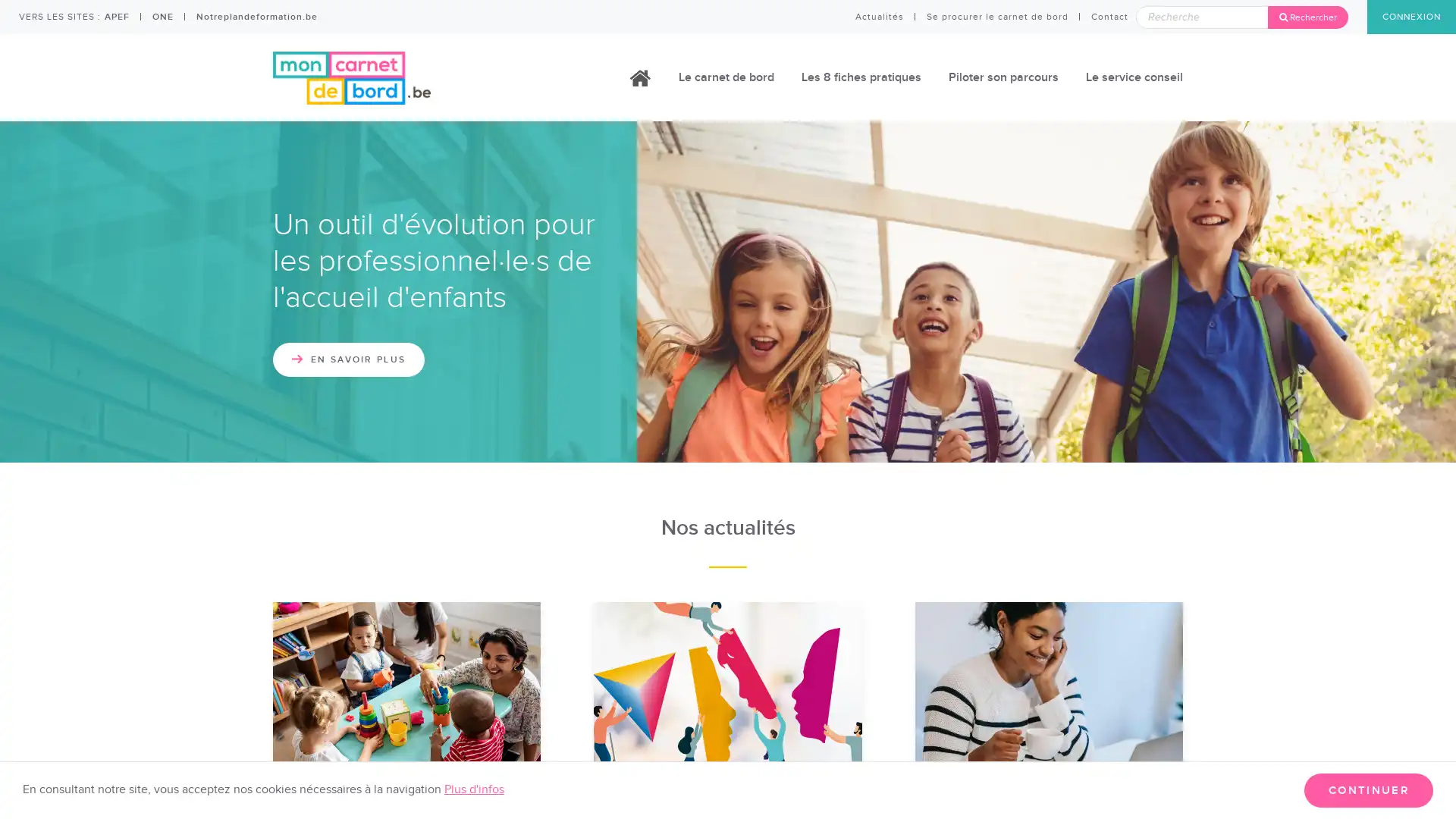 This screenshot has width=1456, height=819. Describe the element at coordinates (1307, 17) in the screenshot. I see `Rechercher` at that location.